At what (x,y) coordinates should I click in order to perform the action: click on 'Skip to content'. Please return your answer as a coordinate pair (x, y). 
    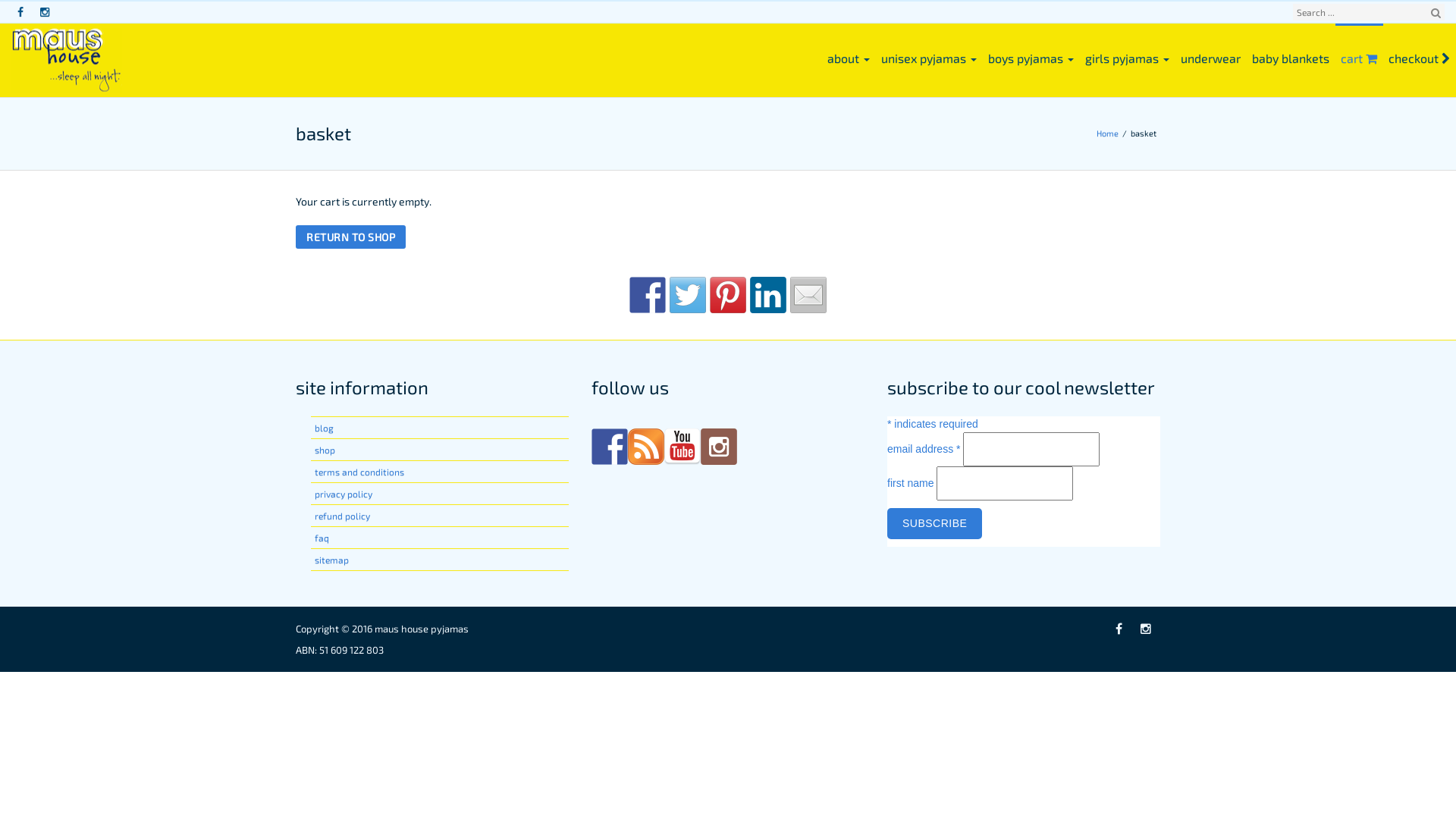
    Looking at the image, I should click on (0, 0).